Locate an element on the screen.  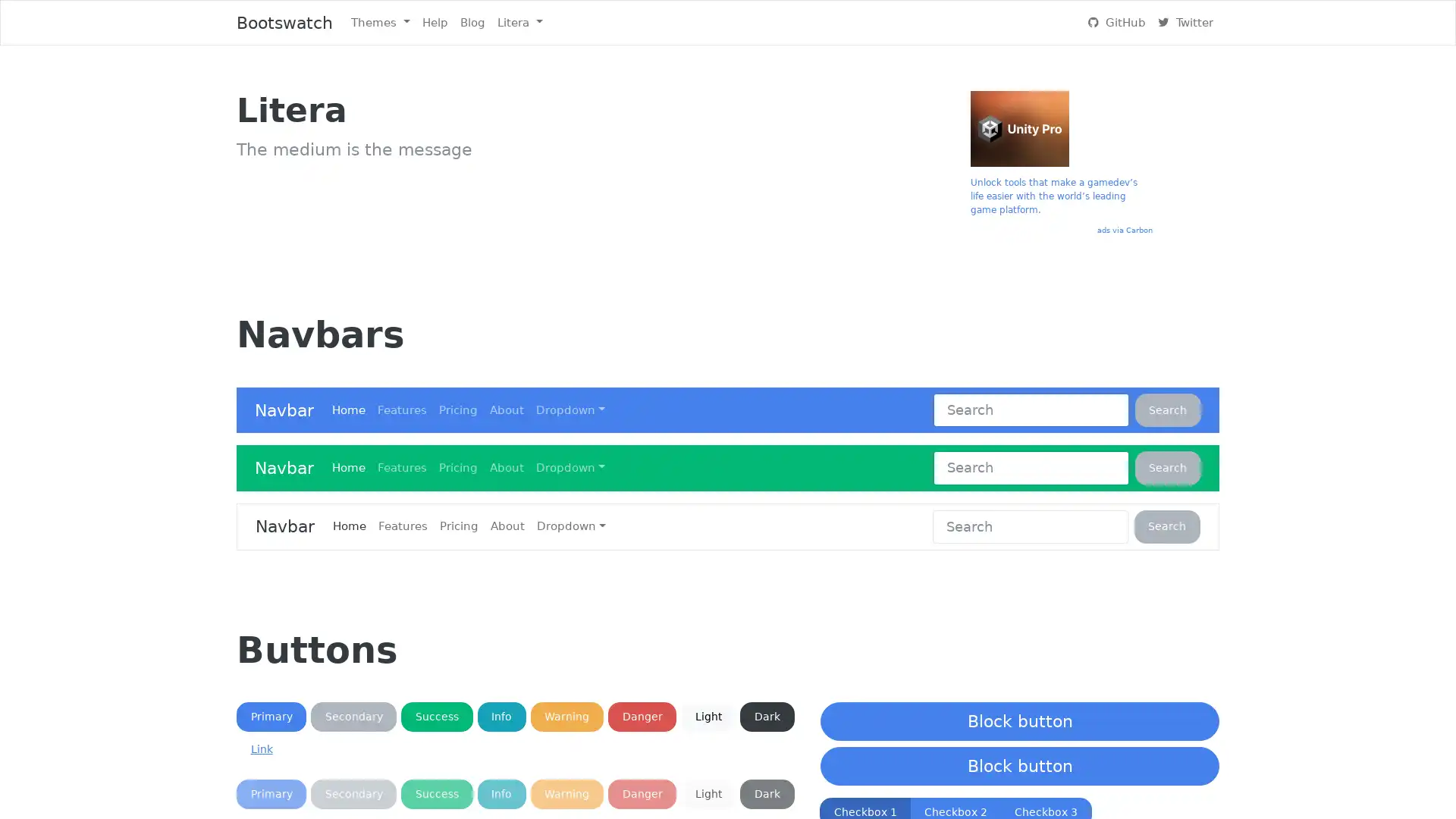
Block button is located at coordinates (1019, 720).